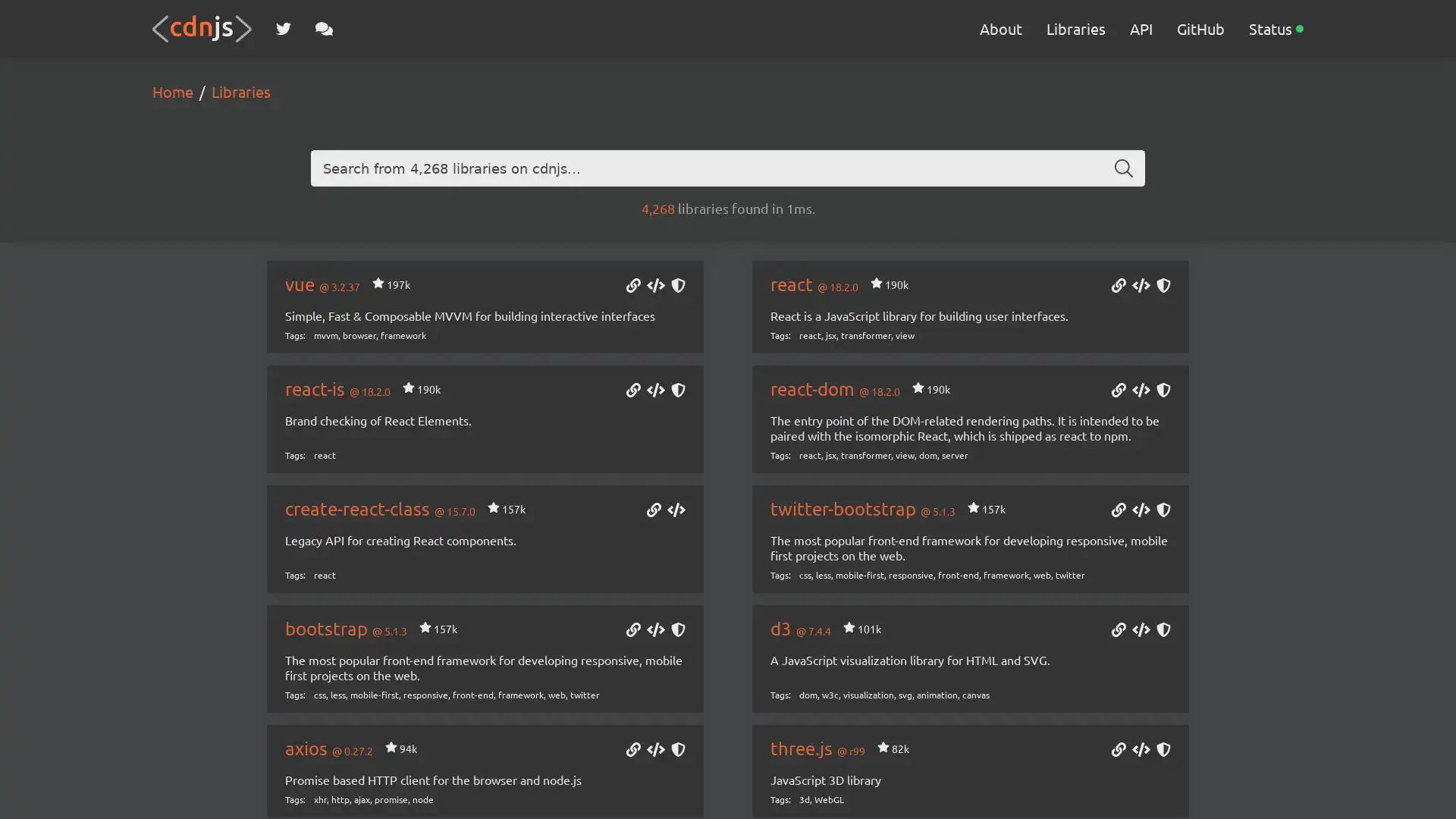  Describe the element at coordinates (655, 751) in the screenshot. I see `Copy Script Tag` at that location.